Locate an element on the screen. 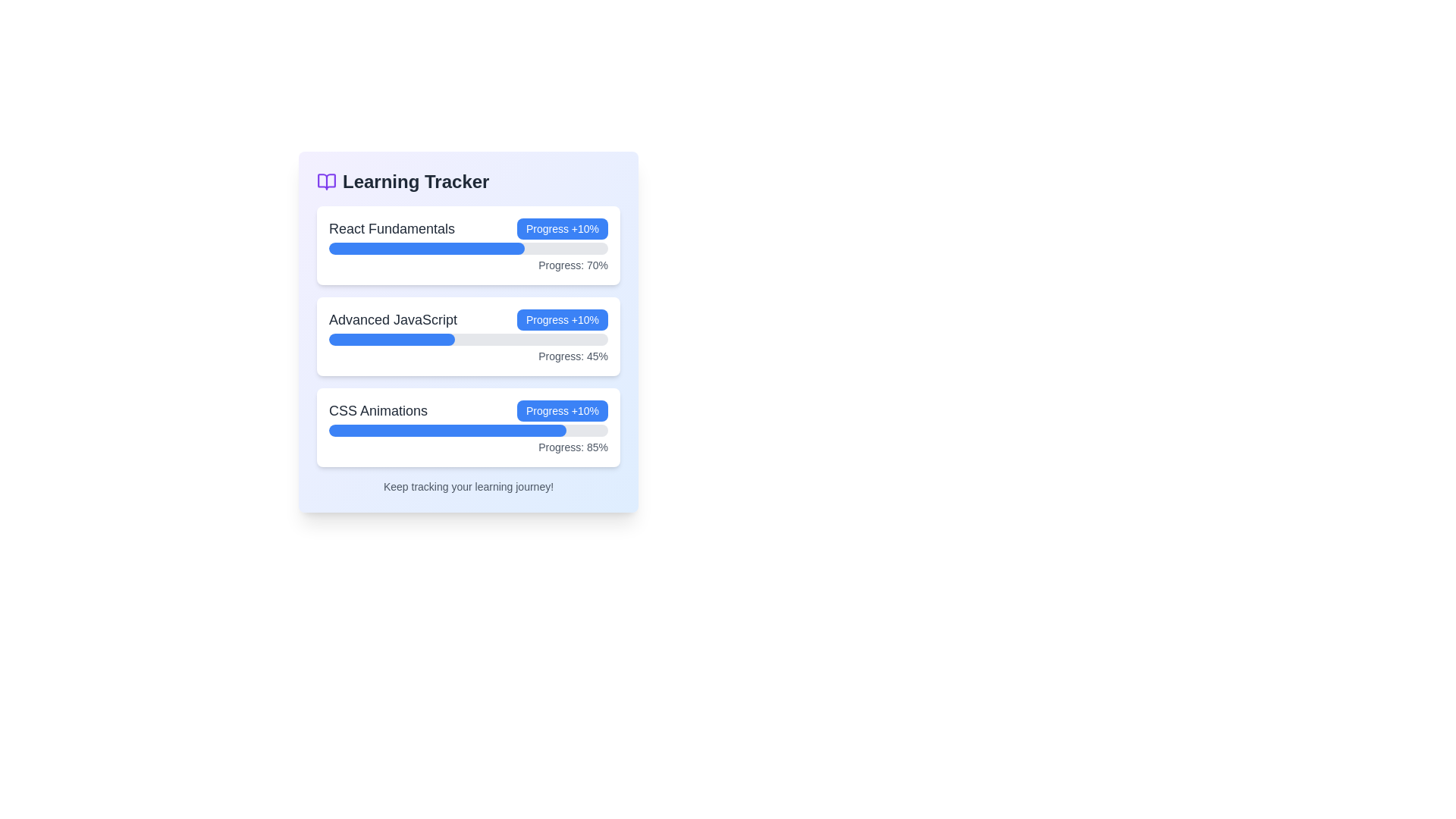 The image size is (1456, 819). the progress tracker for the 'Advanced JavaScript' course, which is the second card in the 'Learning Tracker' section, positioned between 'React Fundamentals' and 'CSS Animations' is located at coordinates (468, 318).